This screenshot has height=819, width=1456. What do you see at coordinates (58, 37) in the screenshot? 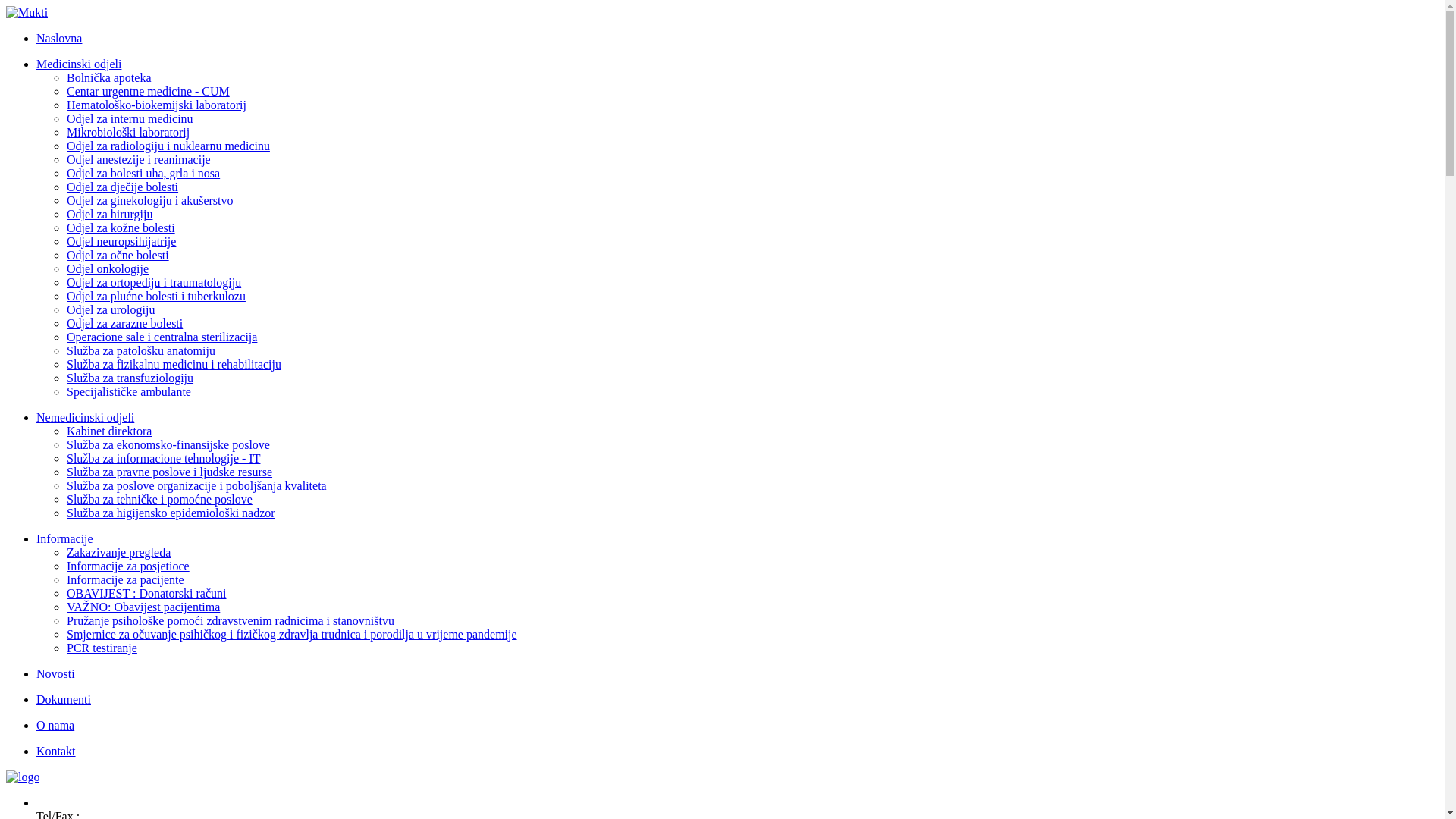
I see `'Naslovna'` at bounding box center [58, 37].